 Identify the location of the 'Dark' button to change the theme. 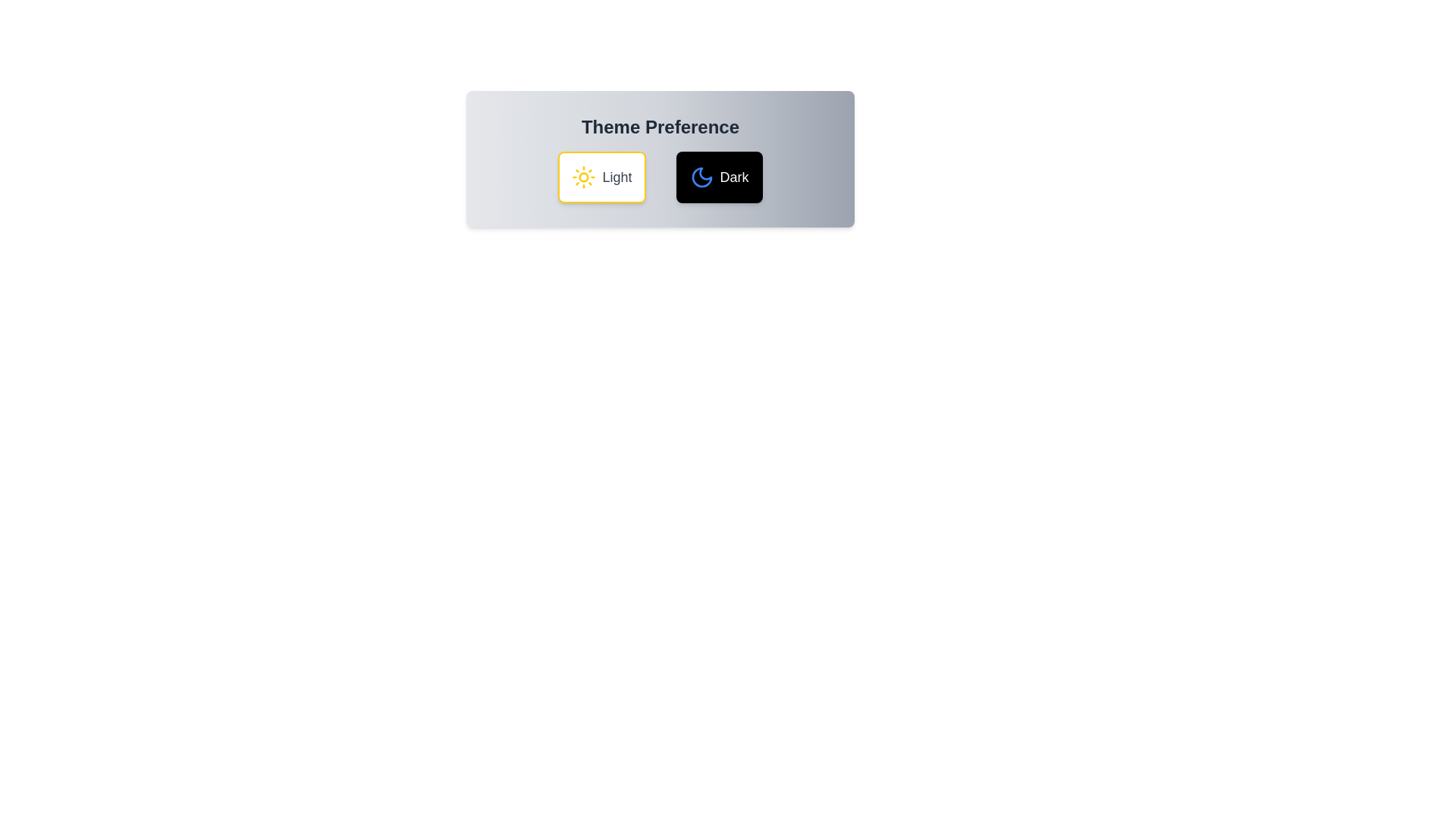
(718, 177).